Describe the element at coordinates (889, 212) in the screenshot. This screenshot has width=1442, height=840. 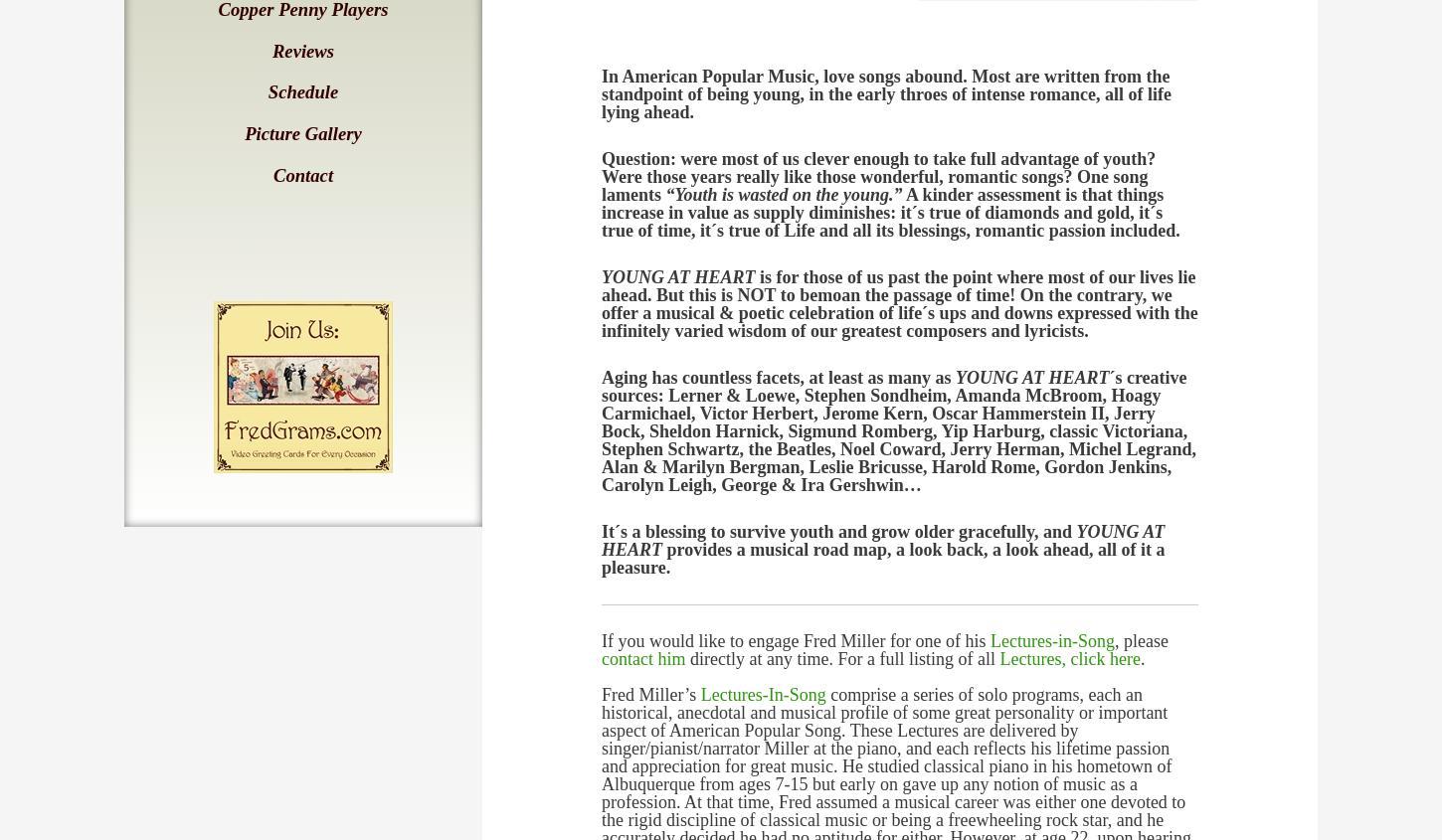
I see `'A kinder assessment is that things increase in value as supply diminishes: it´s true of diamonds and gold, it´s true of time, it´s true of Life and all its blessings, romantic passion included.'` at that location.